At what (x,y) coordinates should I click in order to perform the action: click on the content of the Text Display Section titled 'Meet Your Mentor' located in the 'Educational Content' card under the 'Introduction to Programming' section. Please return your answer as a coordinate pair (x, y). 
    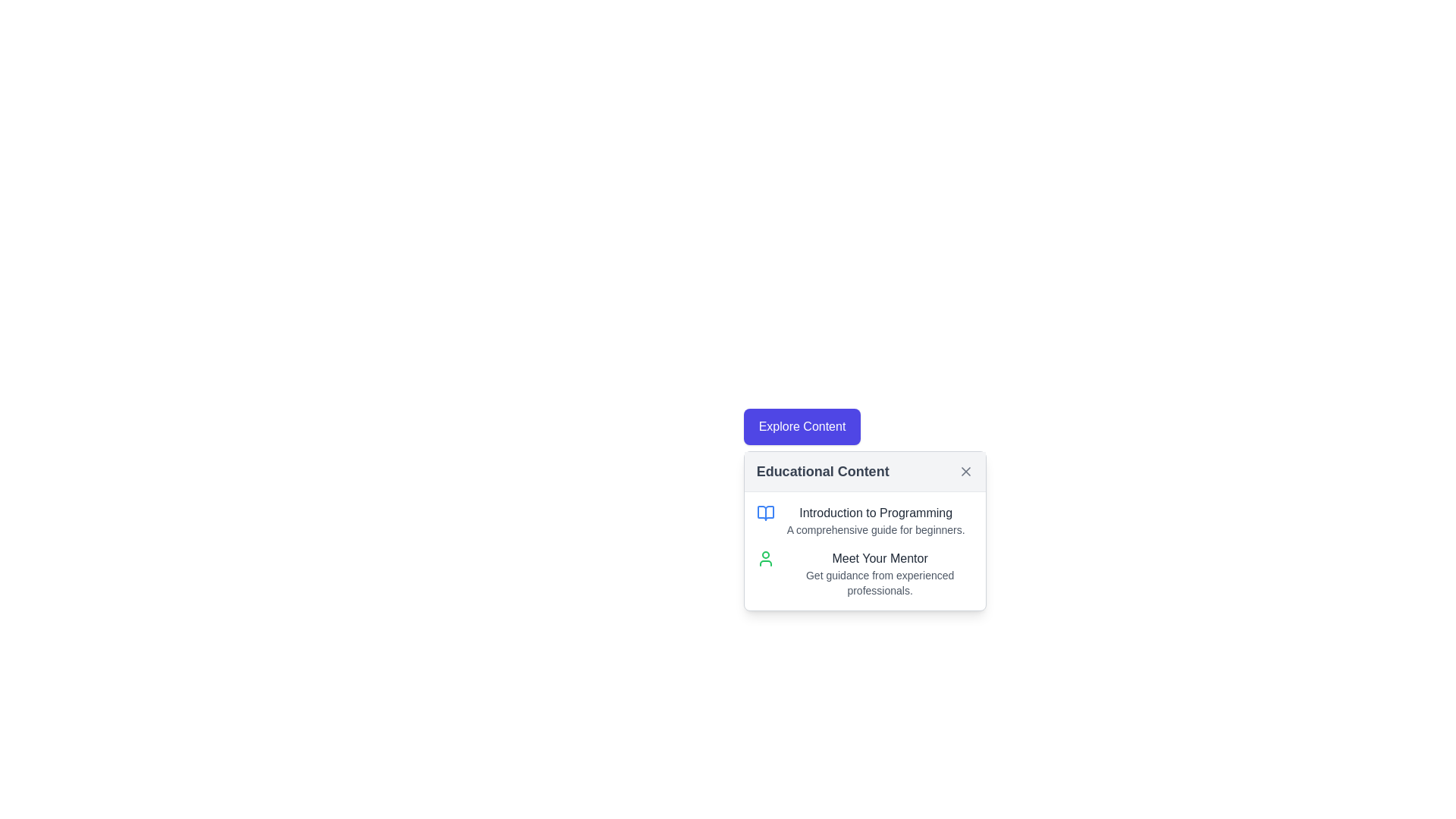
    Looking at the image, I should click on (880, 573).